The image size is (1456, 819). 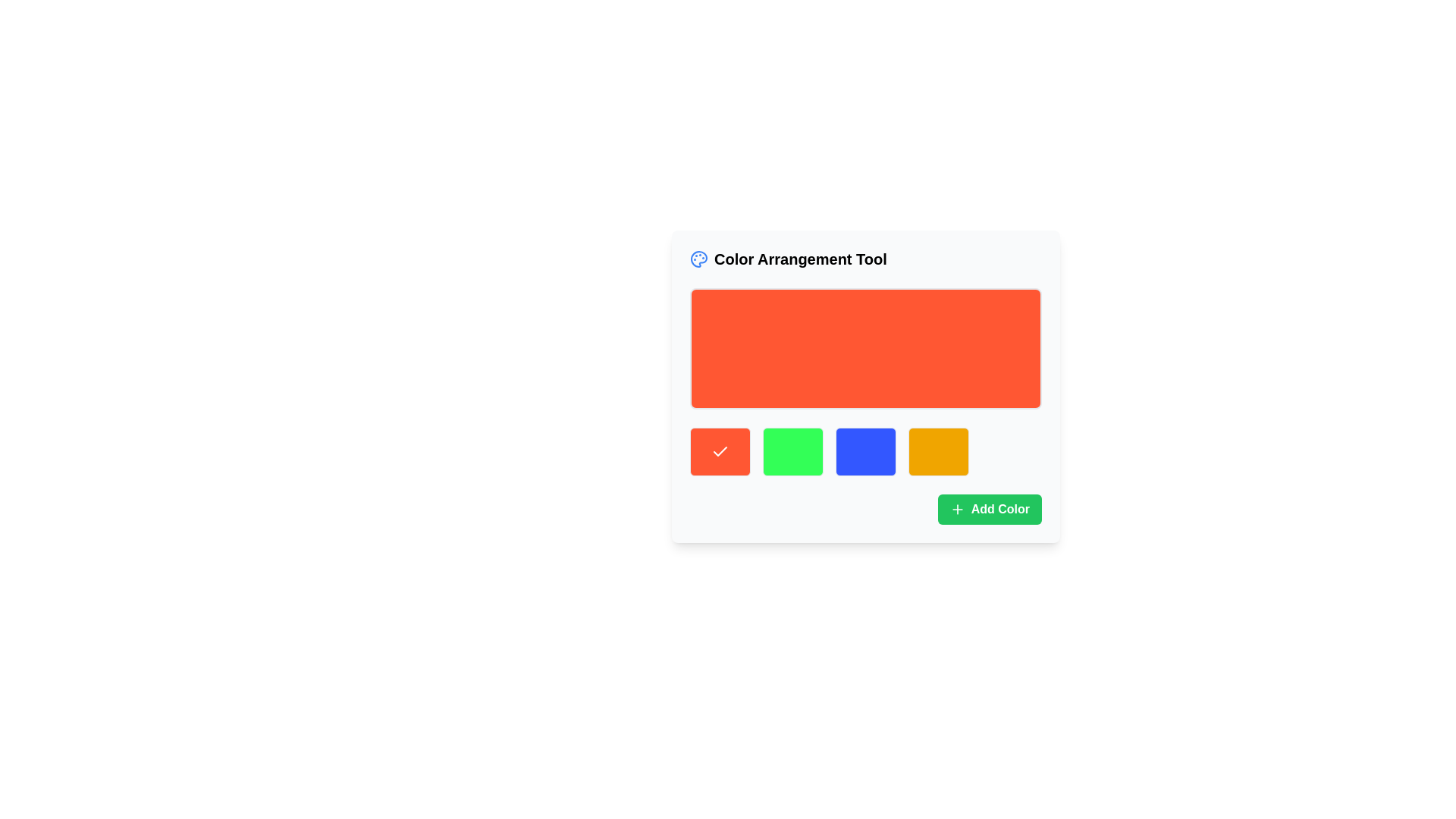 What do you see at coordinates (956, 509) in the screenshot?
I see `the plus sign icon located in the green 'Add Color' button in the bottom-right corner of the interface` at bounding box center [956, 509].